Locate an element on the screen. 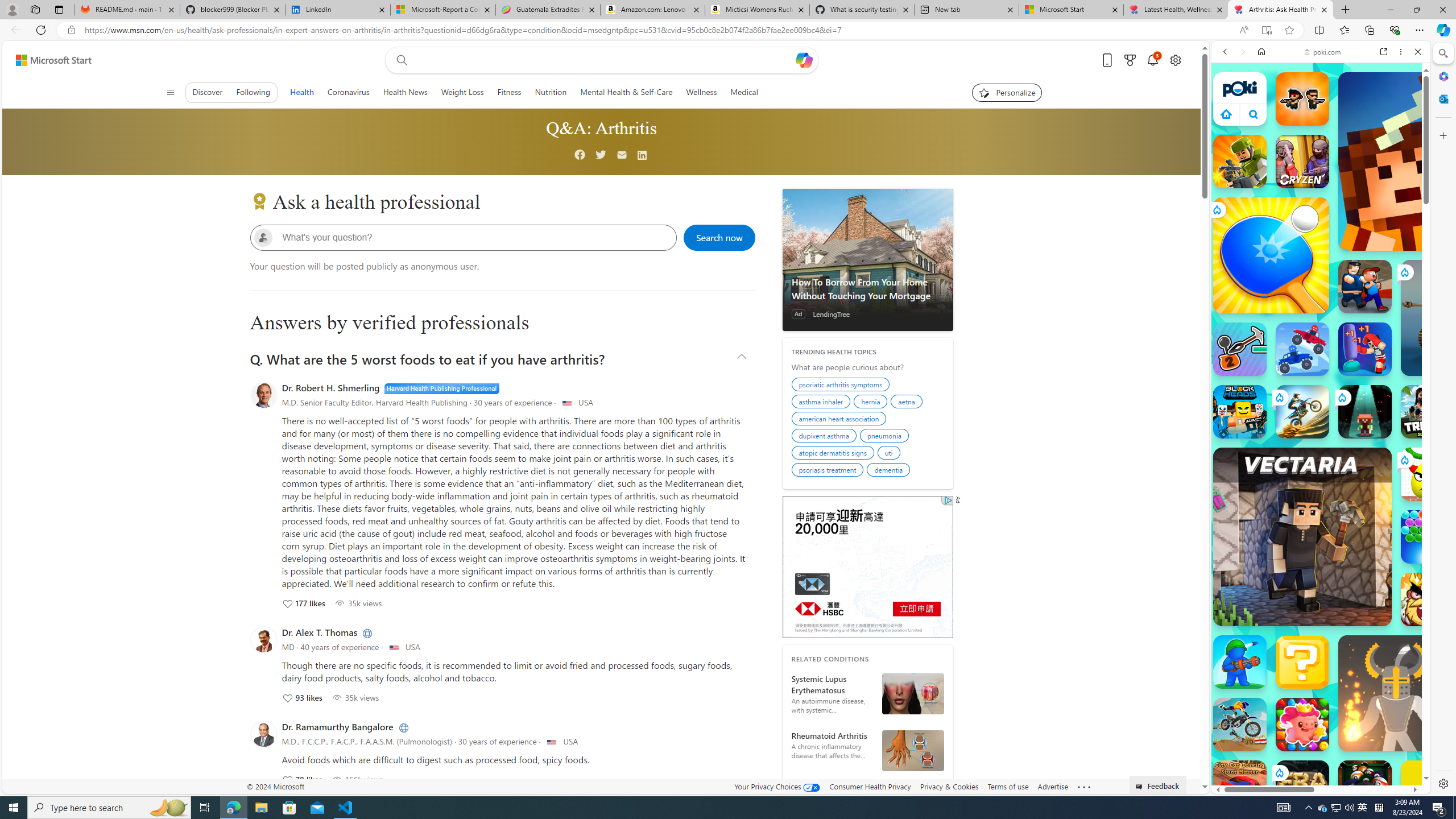  'Tribals.io Tribals.io' is located at coordinates (1428, 411).